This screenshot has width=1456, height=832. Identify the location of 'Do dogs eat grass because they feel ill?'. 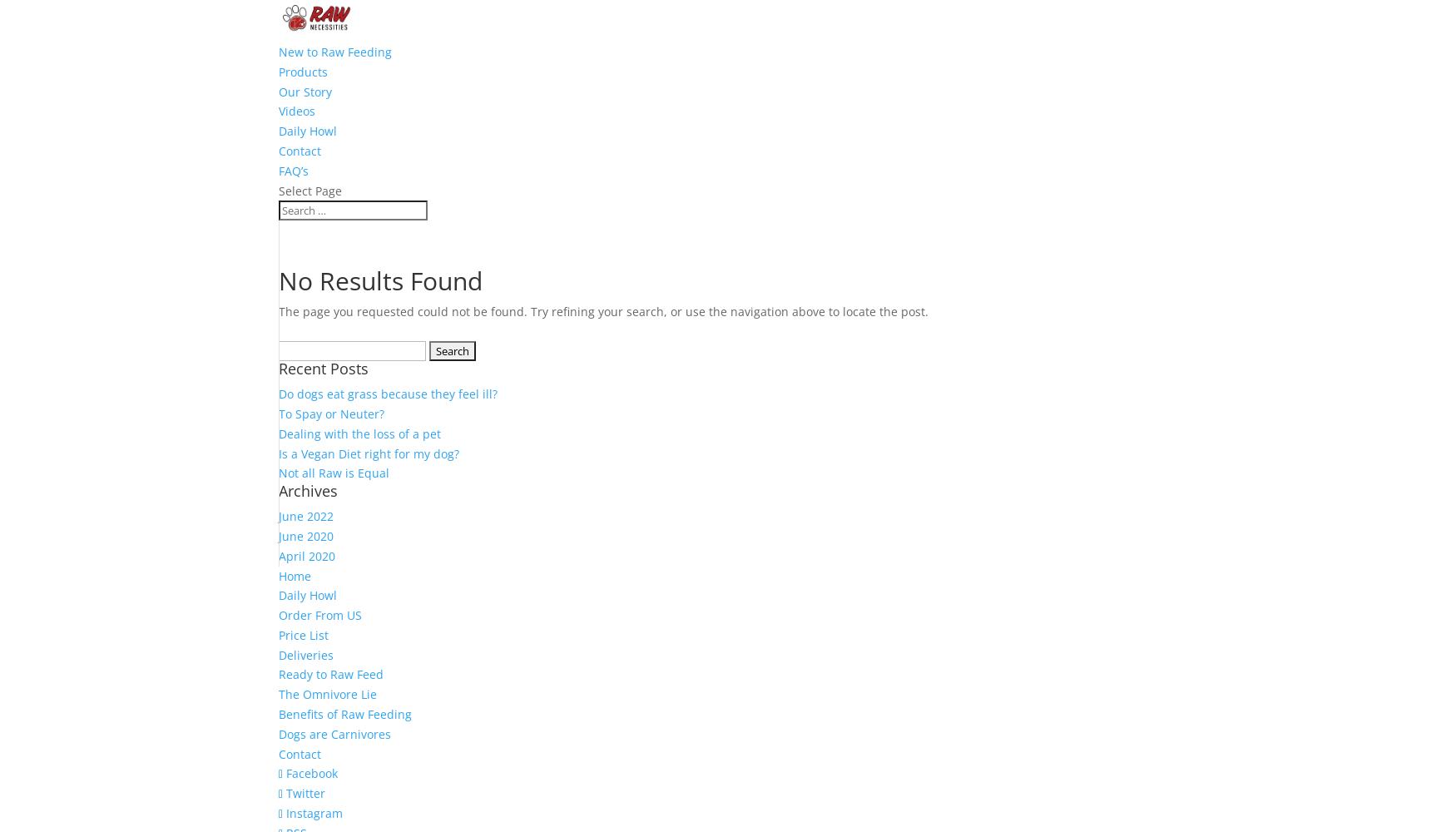
(388, 393).